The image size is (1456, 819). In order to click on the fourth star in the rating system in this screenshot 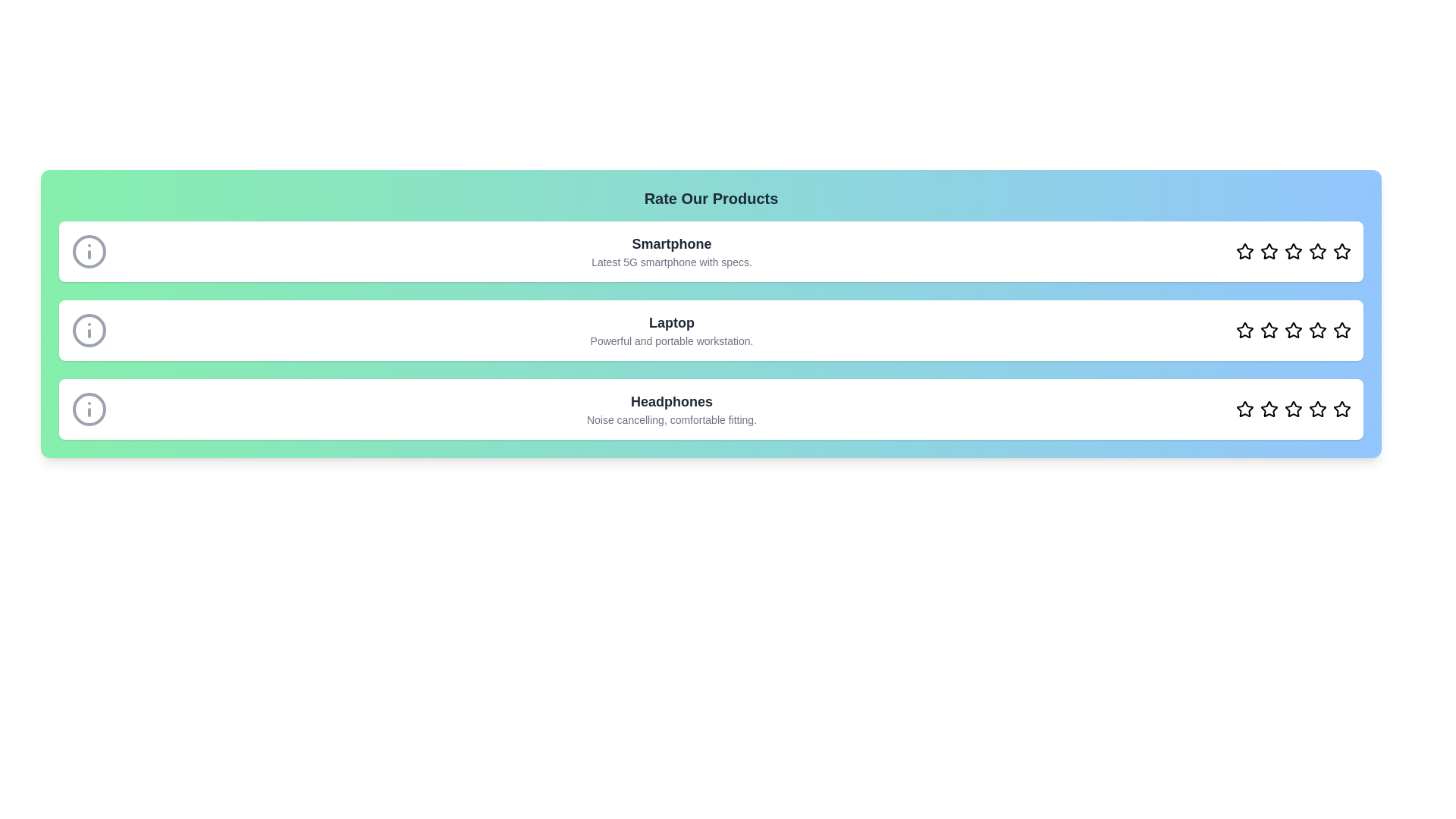, I will do `click(1316, 408)`.